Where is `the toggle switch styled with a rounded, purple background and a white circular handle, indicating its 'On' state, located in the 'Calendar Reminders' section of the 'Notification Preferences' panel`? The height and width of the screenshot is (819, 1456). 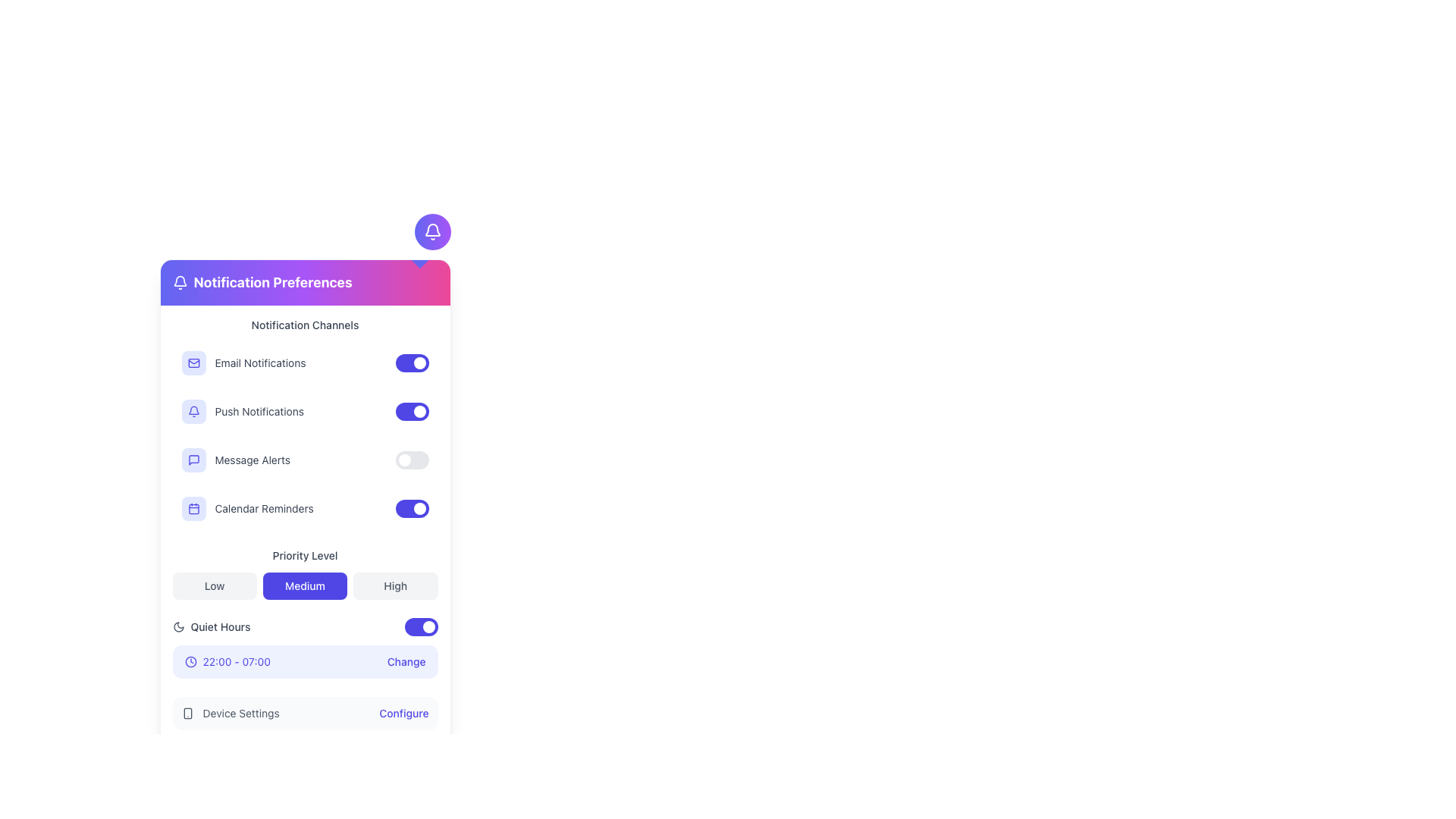 the toggle switch styled with a rounded, purple background and a white circular handle, indicating its 'On' state, located in the 'Calendar Reminders' section of the 'Notification Preferences' panel is located at coordinates (412, 509).